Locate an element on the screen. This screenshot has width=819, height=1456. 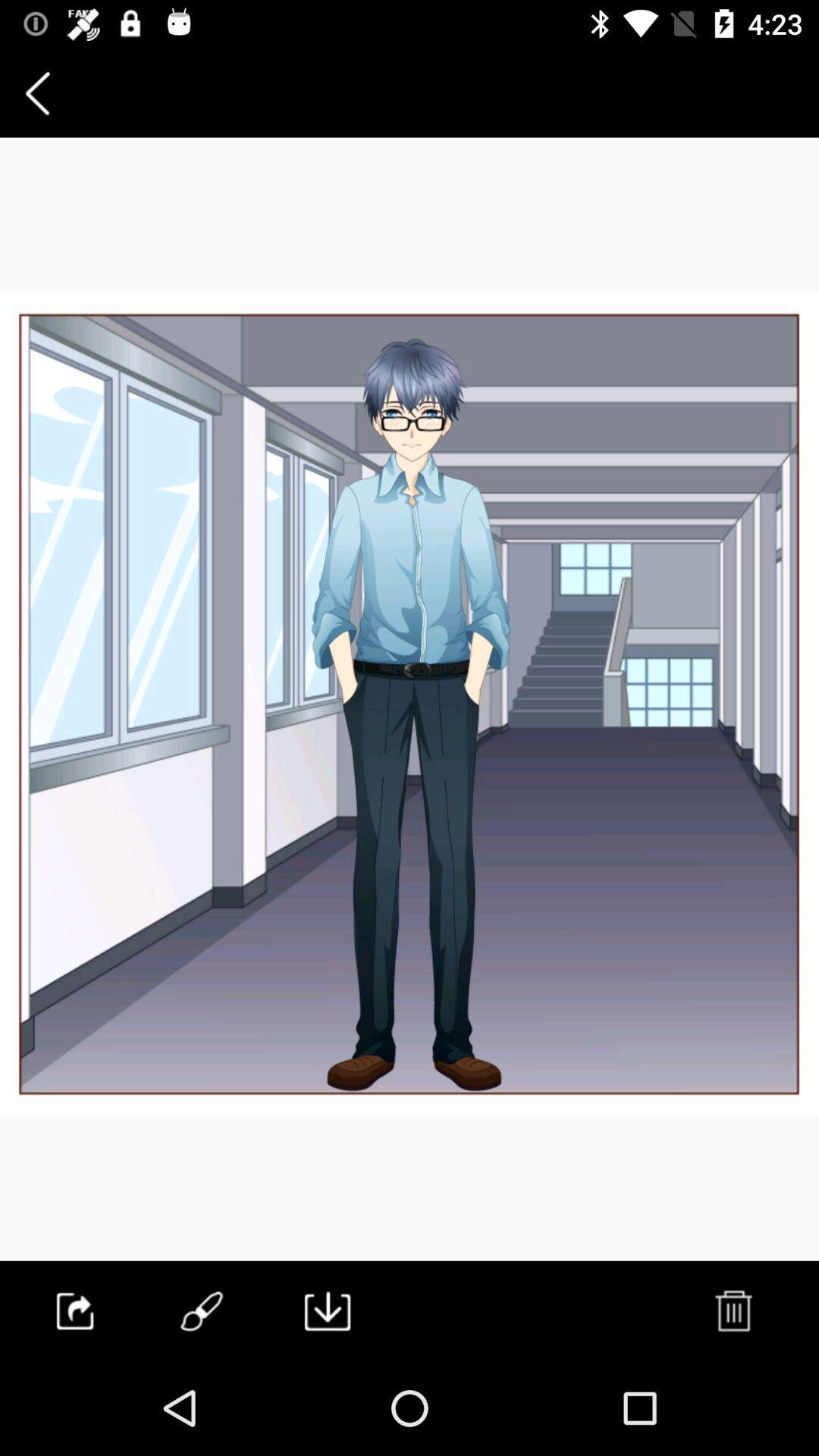
the arrow_backward icon is located at coordinates (36, 92).